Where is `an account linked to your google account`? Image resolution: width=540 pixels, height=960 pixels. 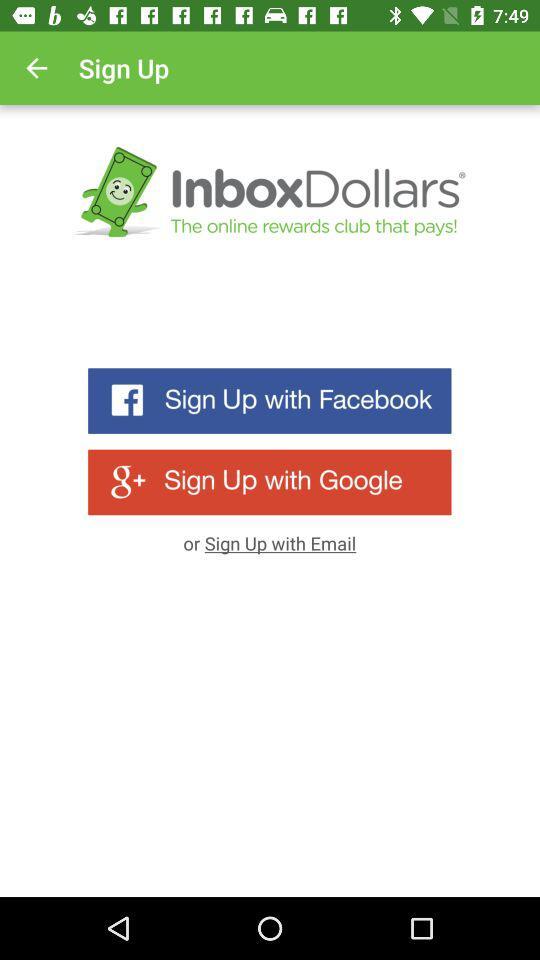
an account linked to your google account is located at coordinates (269, 481).